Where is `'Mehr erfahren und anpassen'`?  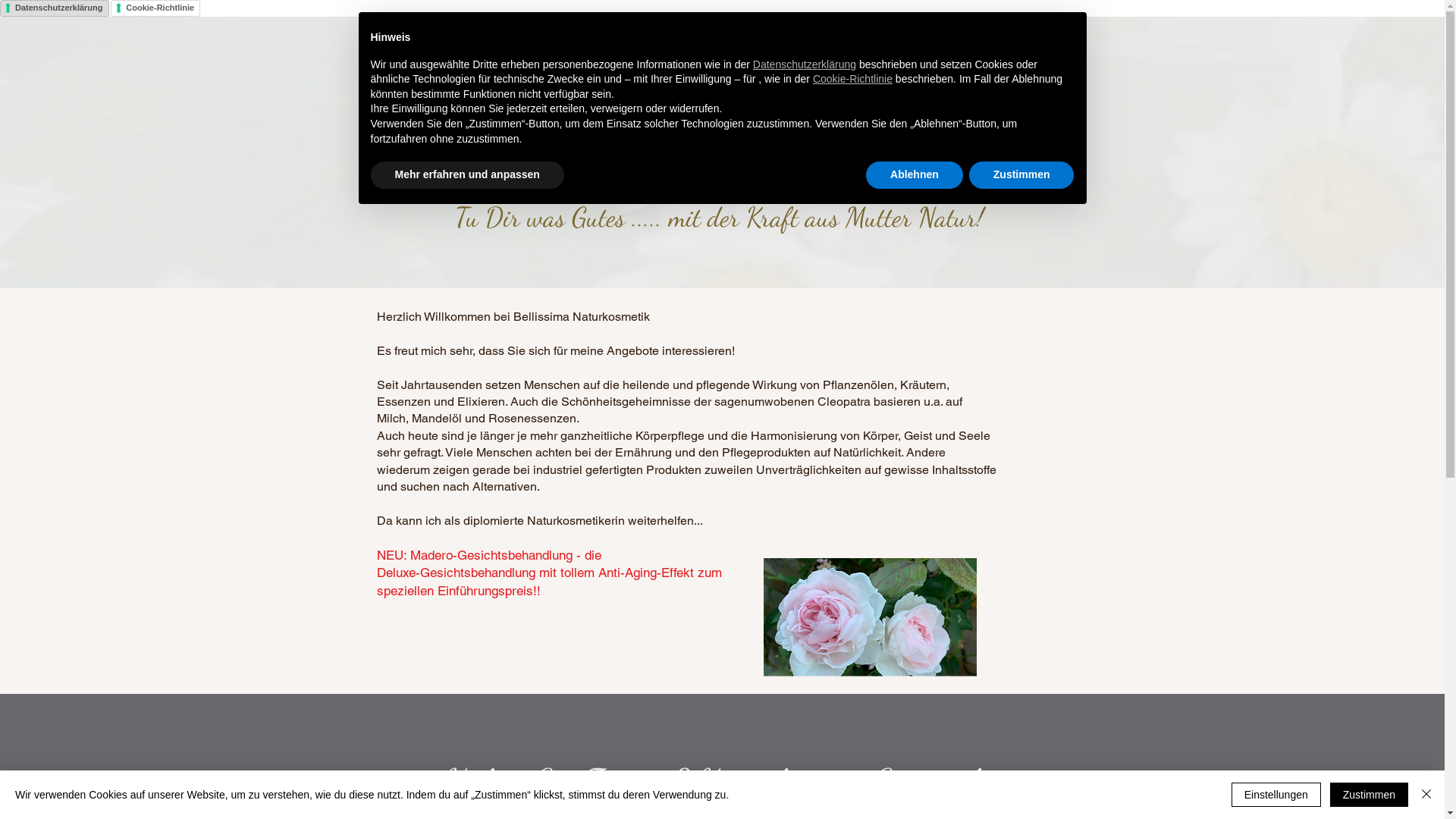
'Mehr erfahren und anpassen' is located at coordinates (466, 174).